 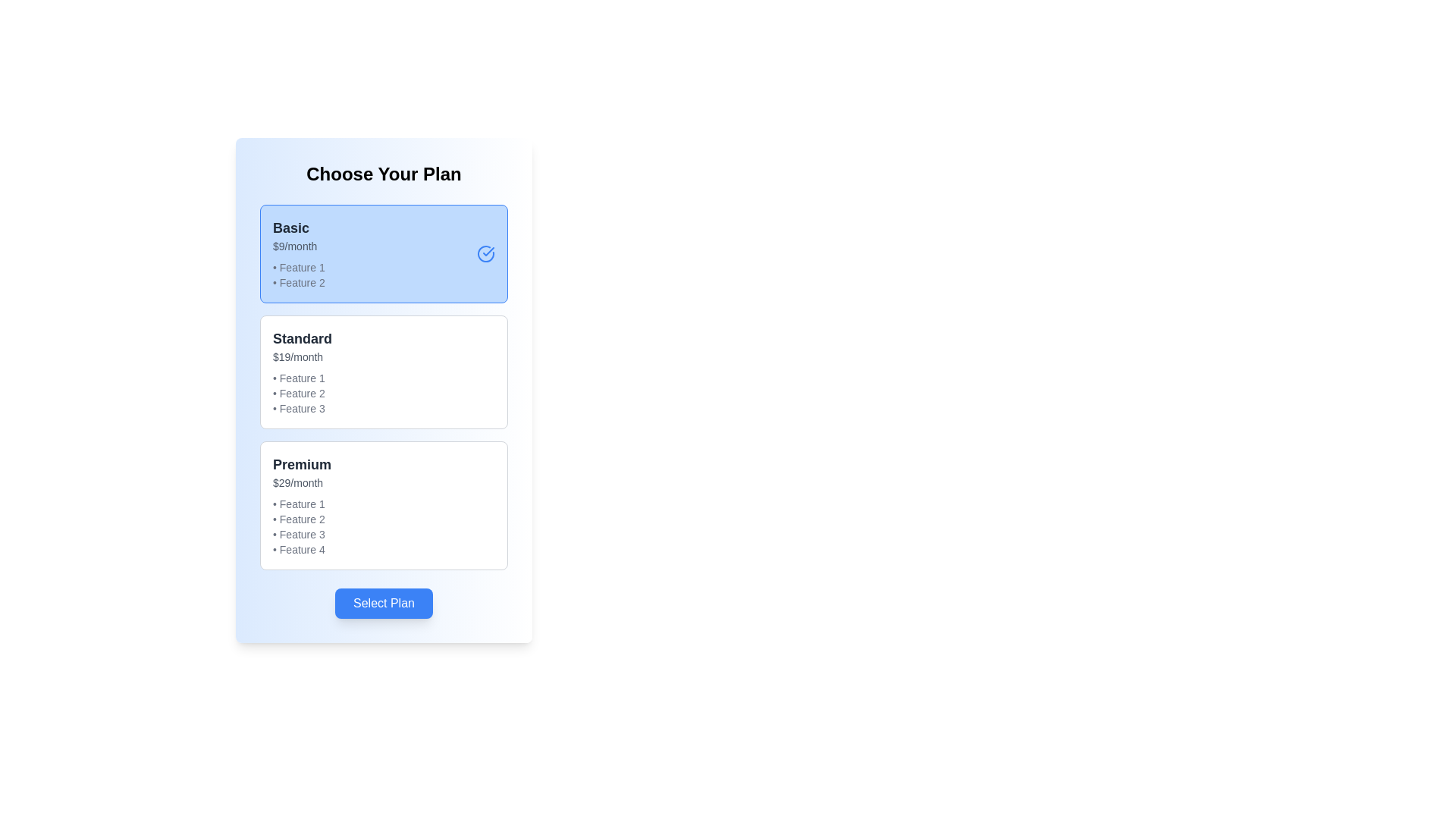 I want to click on the rounded rectangular button with a blue background and white text that reads 'Select Plan', so click(x=384, y=602).